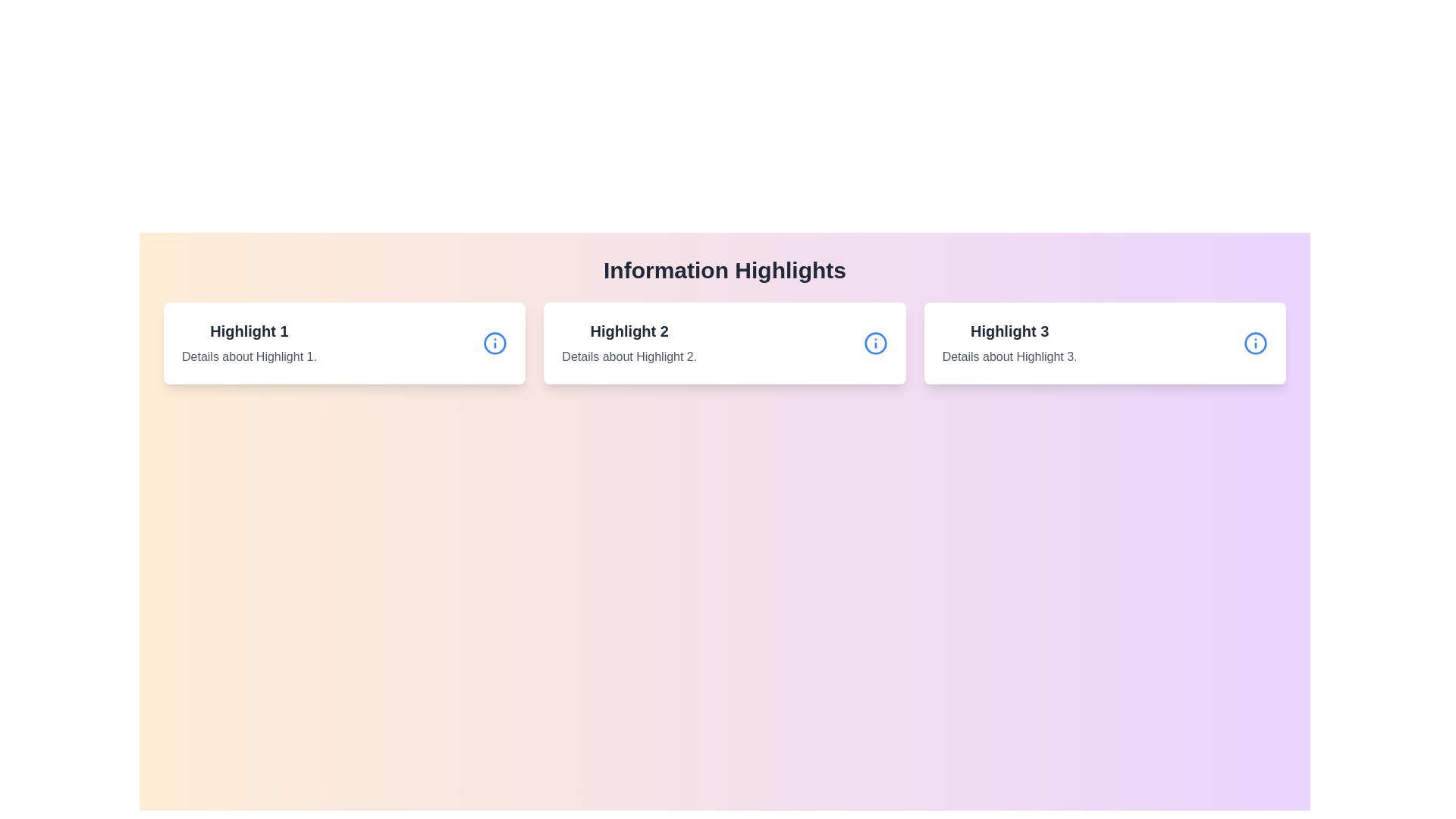  Describe the element at coordinates (1256, 343) in the screenshot. I see `the design of the circular graphic or icon located at the far-right side of the 'Highlight 3' card` at that location.